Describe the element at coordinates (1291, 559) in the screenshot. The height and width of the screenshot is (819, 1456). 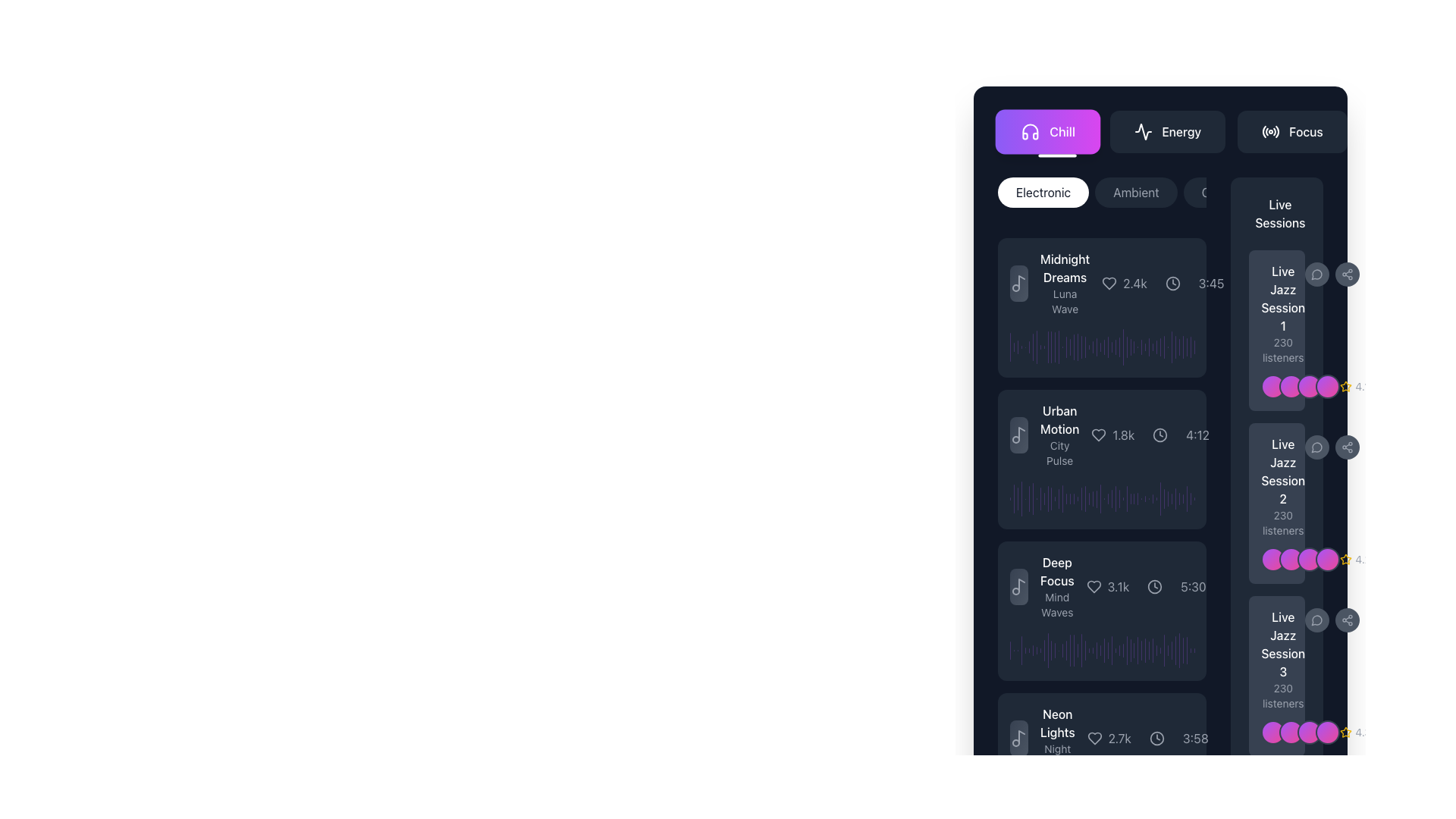
I see `the second circular Avatar or Profile Icon with a gradient fill transitioning from purple to pink, located next to the 'Live Jazz Session 2' label` at that location.